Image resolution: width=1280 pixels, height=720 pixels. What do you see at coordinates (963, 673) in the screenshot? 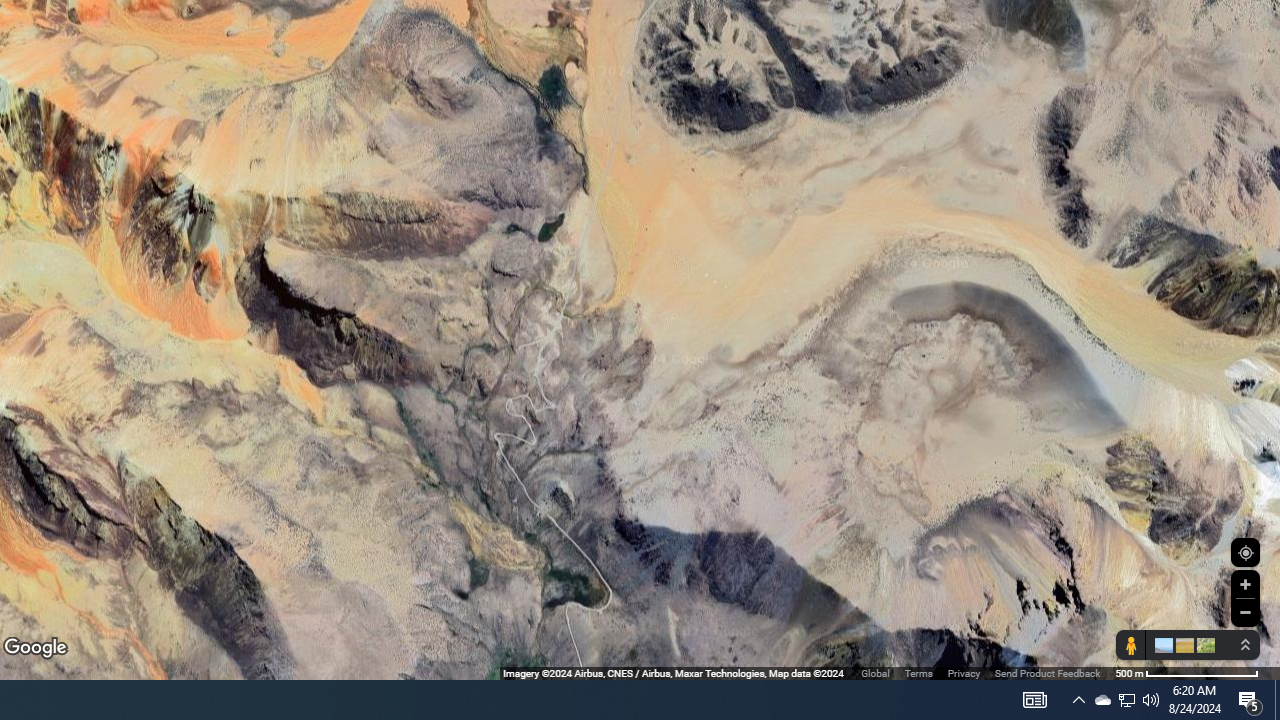
I see `'Privacy'` at bounding box center [963, 673].